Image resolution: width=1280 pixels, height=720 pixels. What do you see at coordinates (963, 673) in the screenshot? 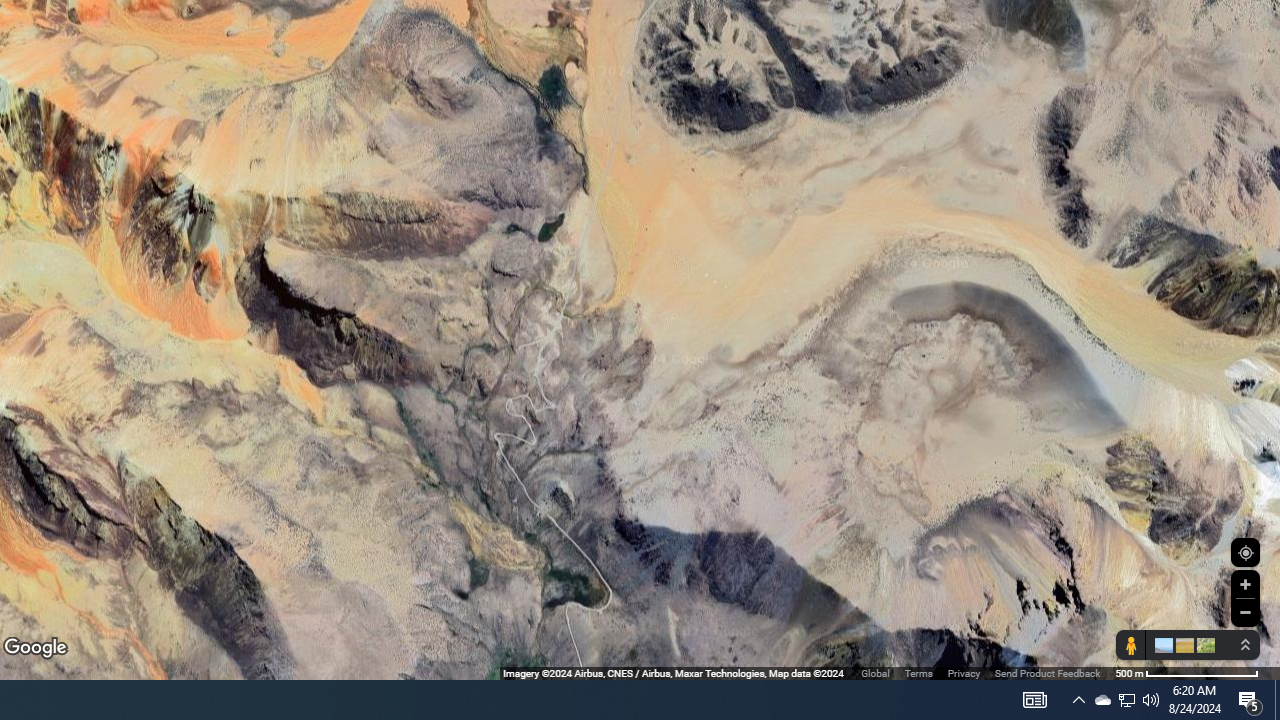
I see `'Privacy'` at bounding box center [963, 673].